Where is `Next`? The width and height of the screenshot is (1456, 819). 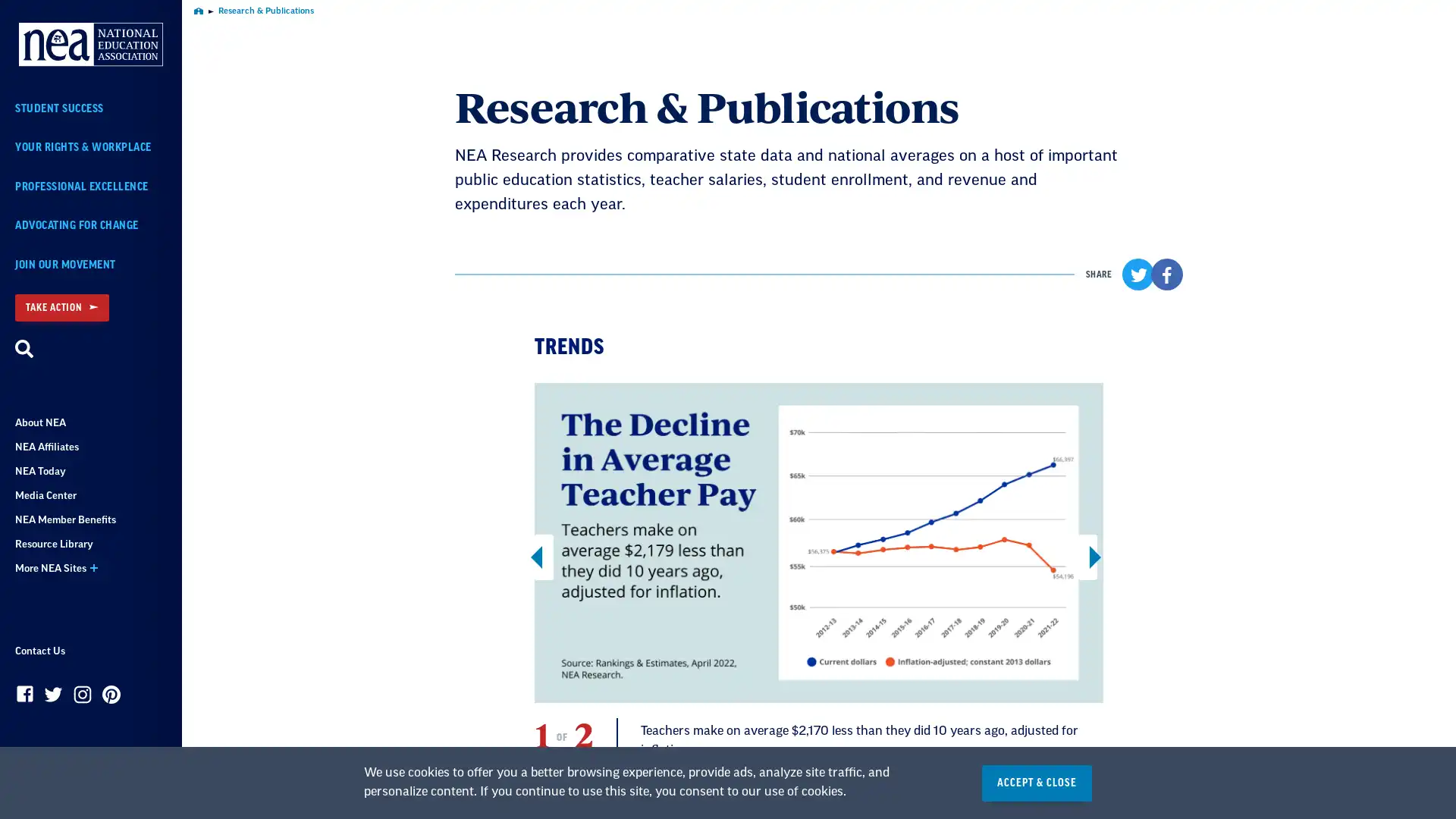 Next is located at coordinates (1087, 556).